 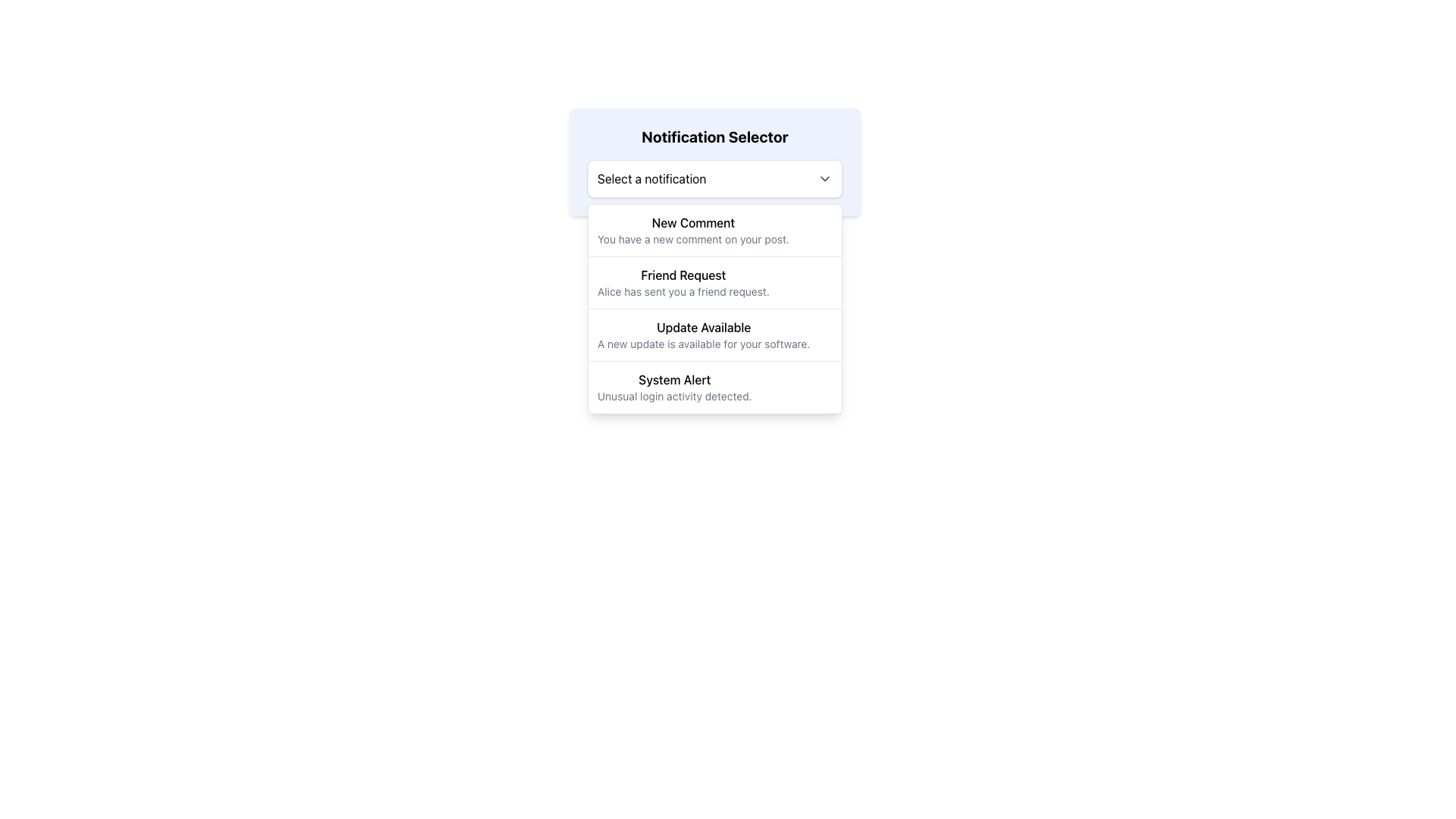 I want to click on text label that informs the user about unusual login activity, located under the 'System Alert' title in the notification dropdown box, so click(x=673, y=396).